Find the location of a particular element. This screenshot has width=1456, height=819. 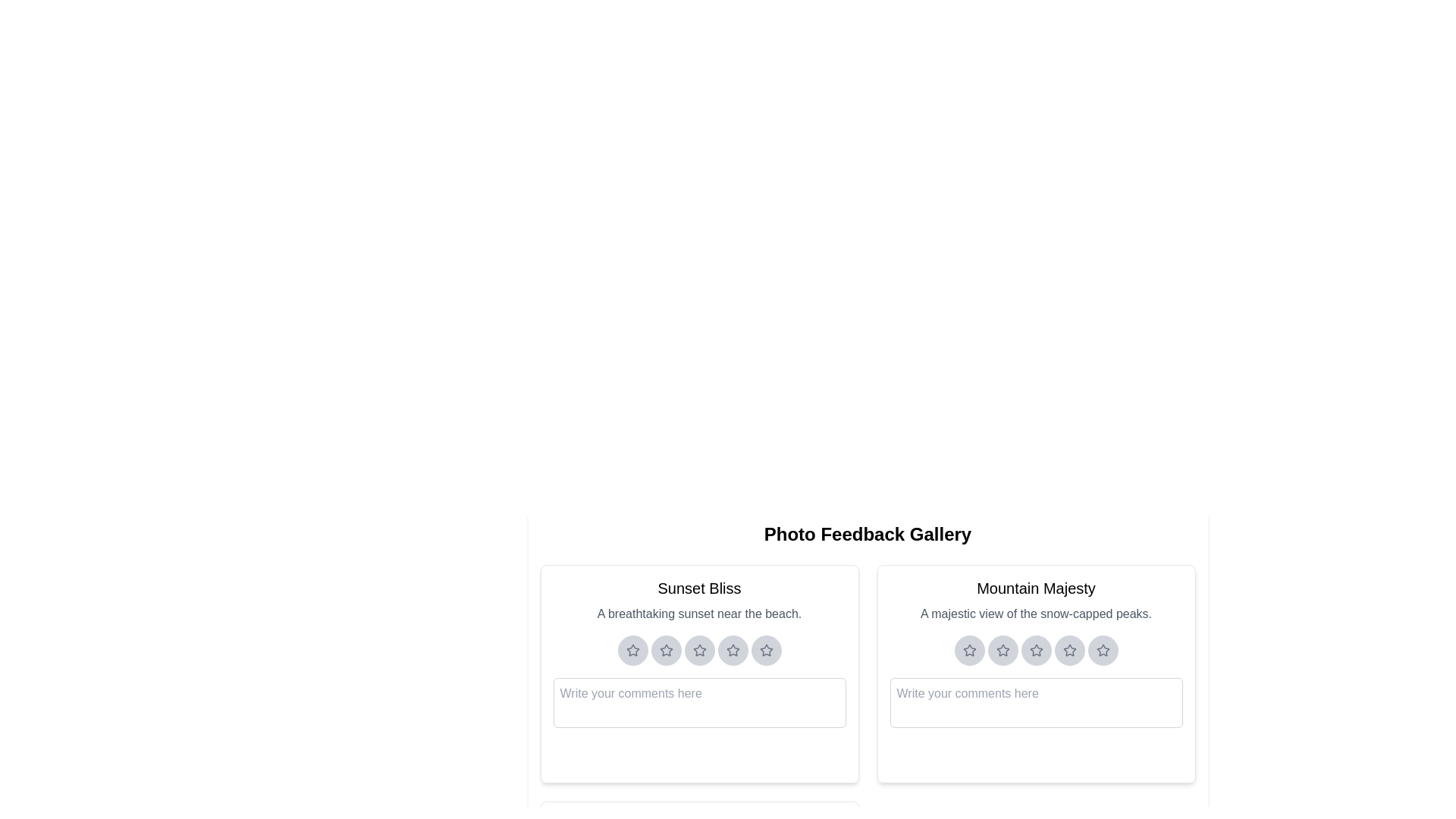

the fifth star icon in the rating system under the 'Sunset Bliss' feedback box is located at coordinates (766, 649).